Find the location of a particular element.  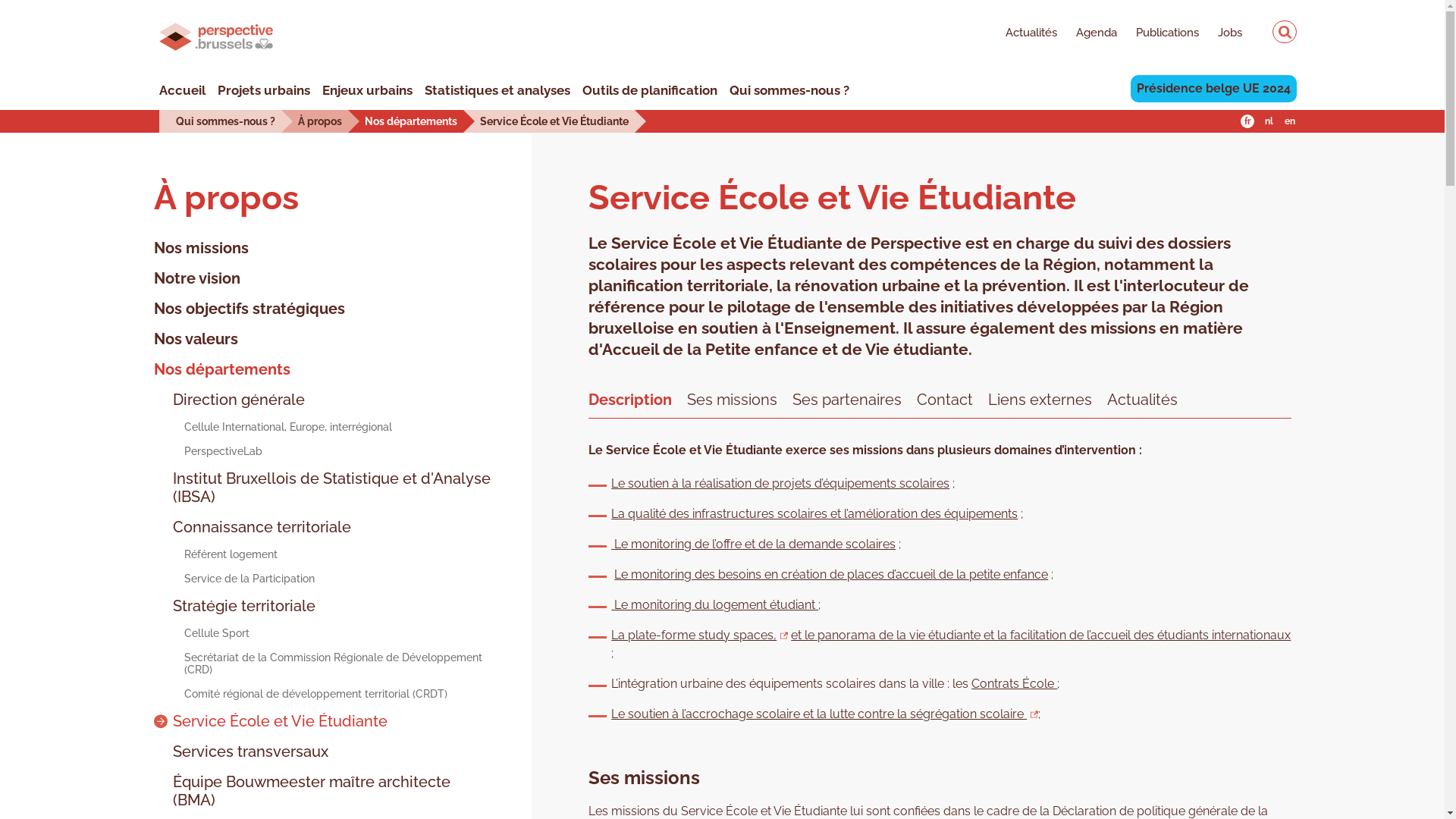

'Notre vision' is located at coordinates (152, 278).